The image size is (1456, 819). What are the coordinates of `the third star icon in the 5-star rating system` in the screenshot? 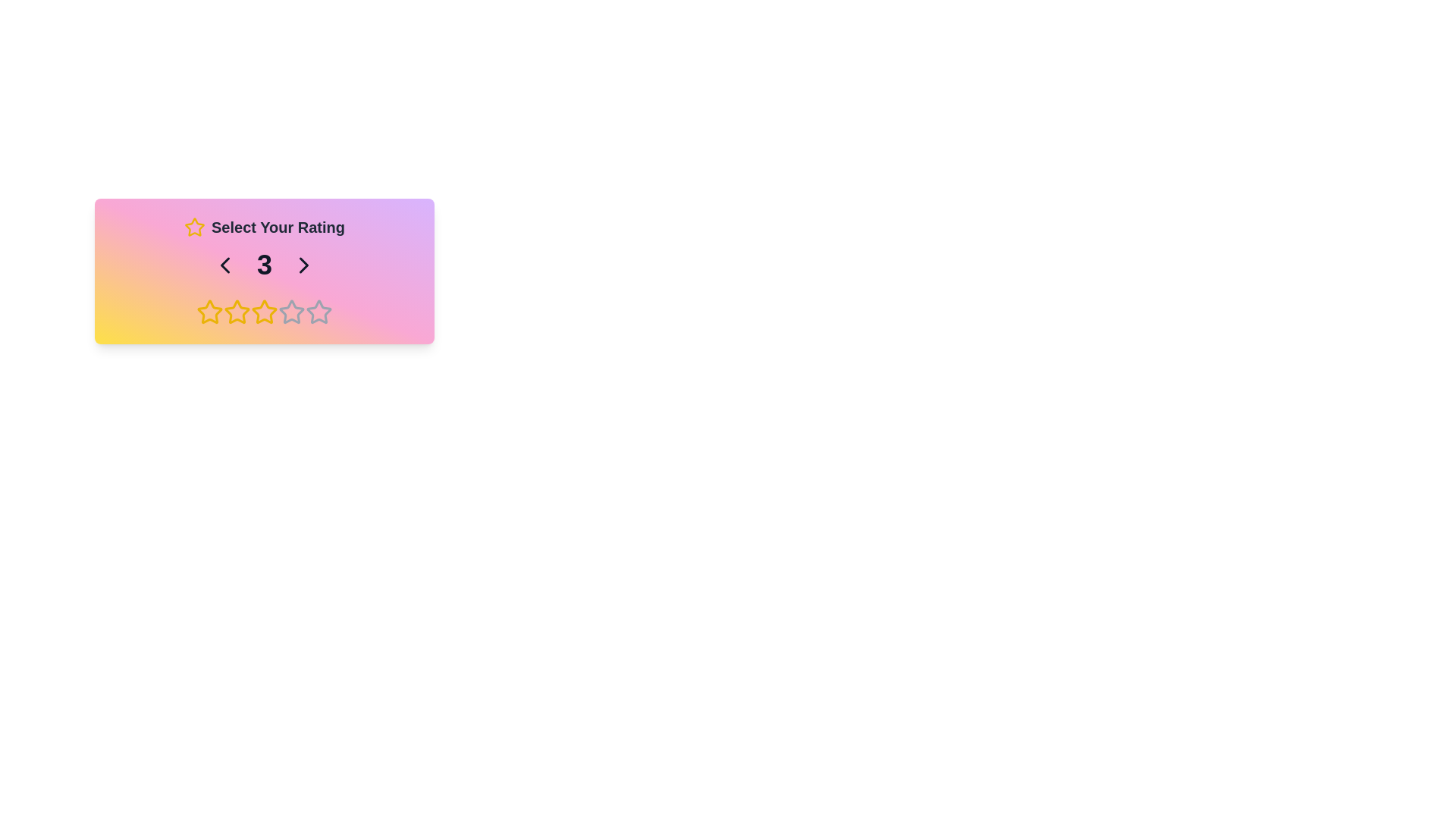 It's located at (236, 312).